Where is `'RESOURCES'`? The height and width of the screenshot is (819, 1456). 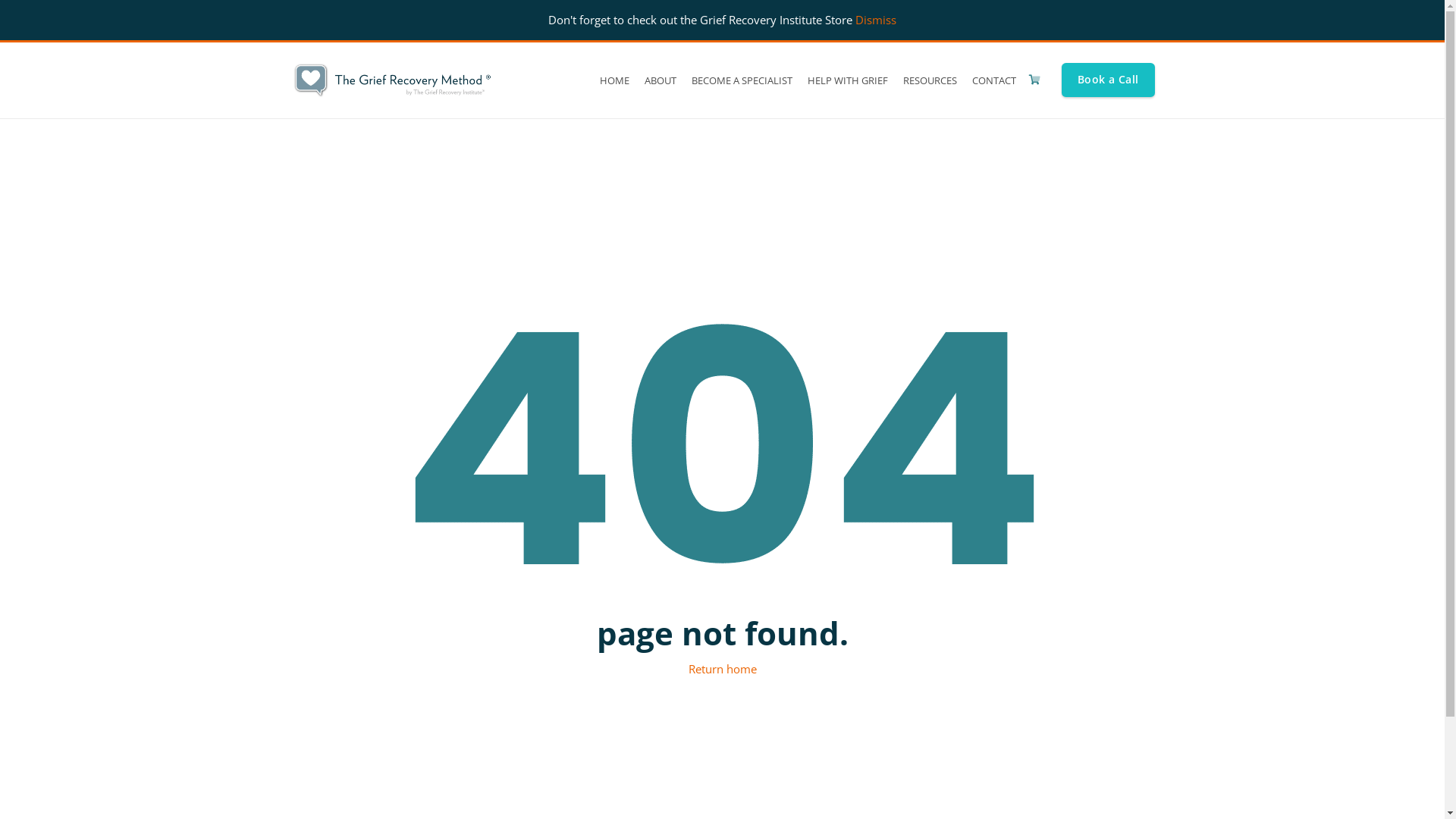
'RESOURCES' is located at coordinates (929, 80).